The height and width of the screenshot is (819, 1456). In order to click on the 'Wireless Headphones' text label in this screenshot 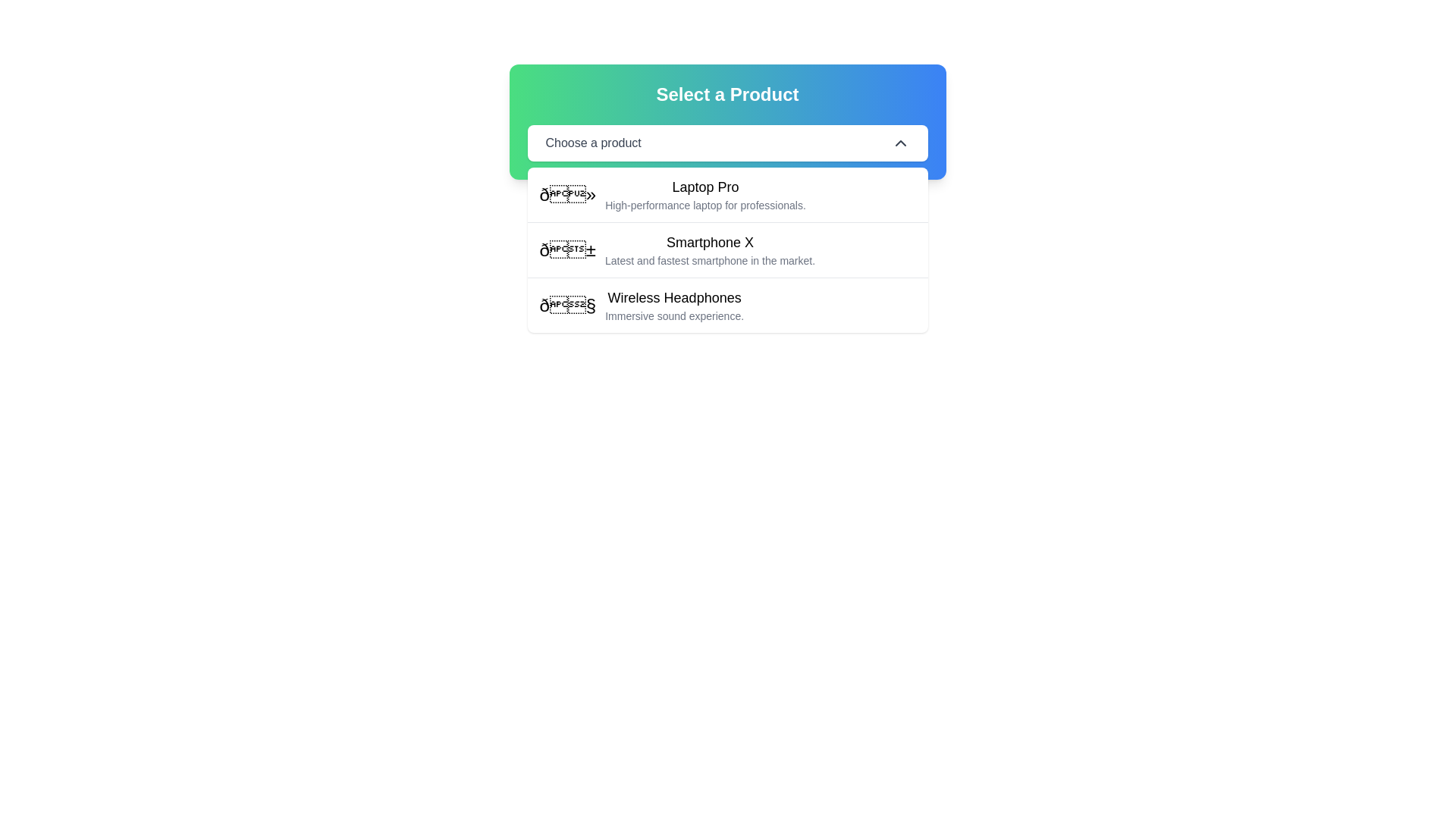, I will do `click(673, 298)`.